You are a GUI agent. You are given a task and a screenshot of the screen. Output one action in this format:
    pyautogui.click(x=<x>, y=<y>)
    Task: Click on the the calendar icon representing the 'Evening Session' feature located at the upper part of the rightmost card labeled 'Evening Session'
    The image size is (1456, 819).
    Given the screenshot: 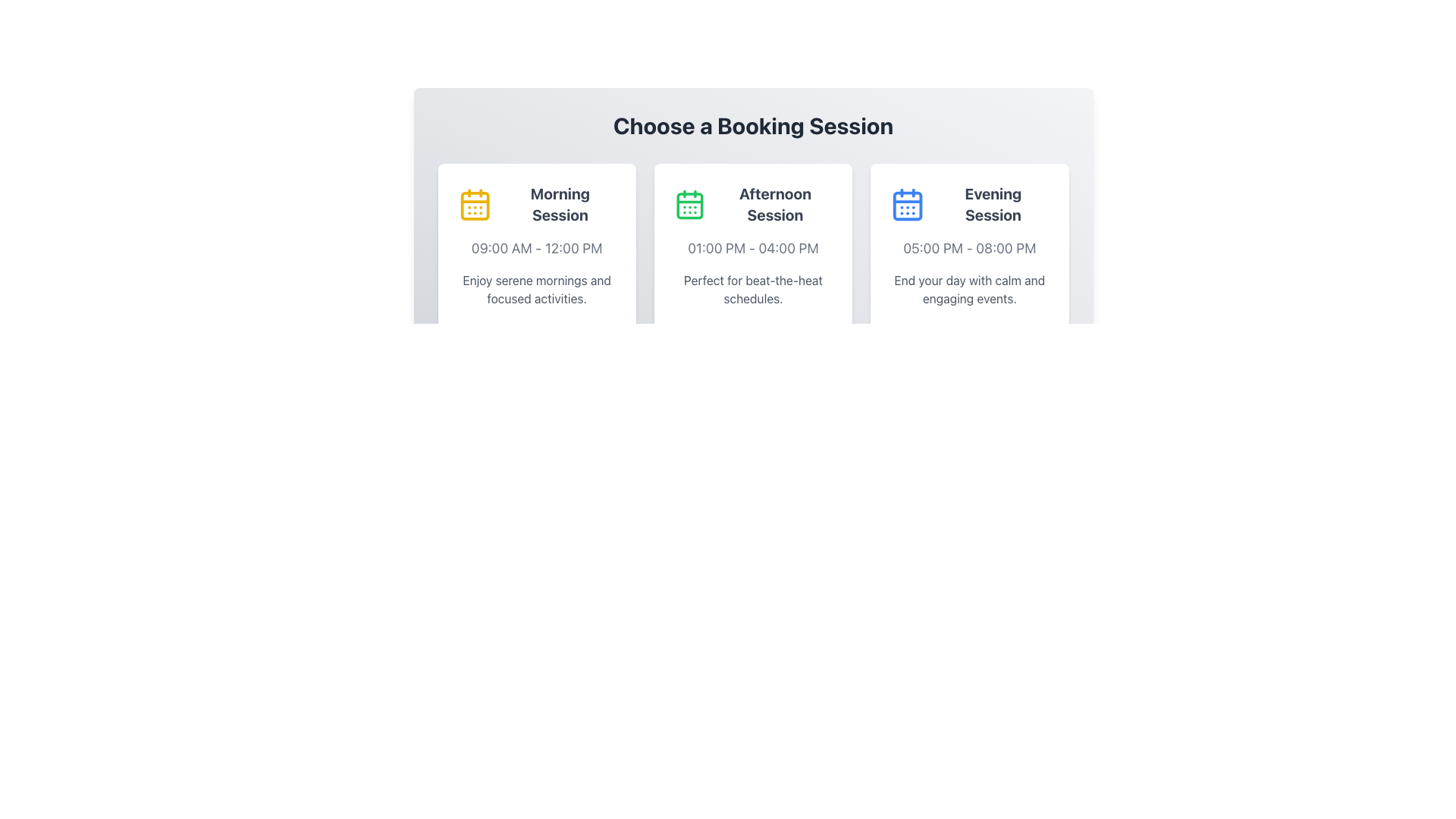 What is the action you would take?
    pyautogui.click(x=908, y=205)
    